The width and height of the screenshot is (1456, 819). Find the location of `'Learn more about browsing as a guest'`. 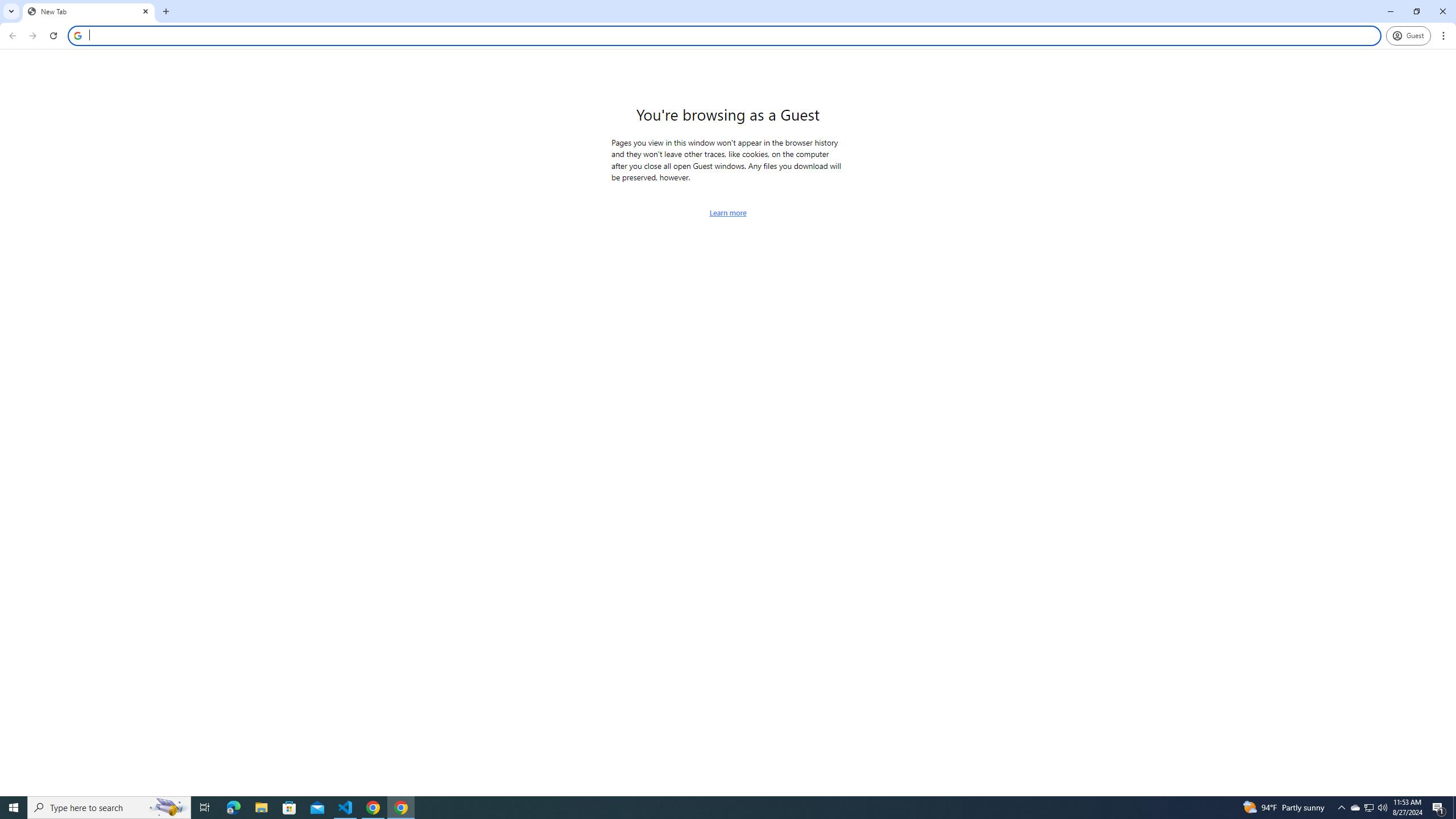

'Learn more about browsing as a guest' is located at coordinates (728, 212).